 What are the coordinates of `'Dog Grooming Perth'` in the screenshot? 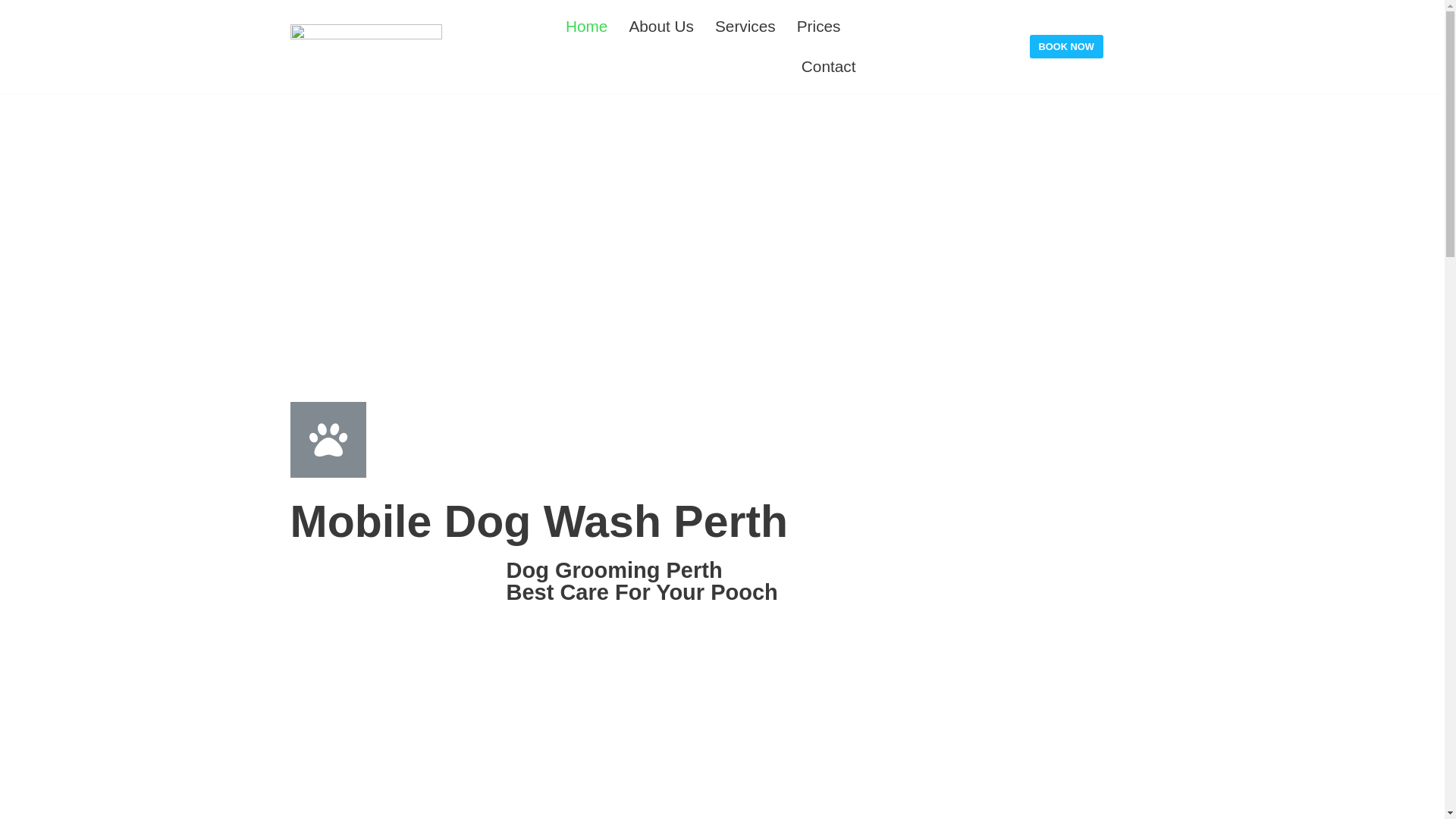 It's located at (614, 570).